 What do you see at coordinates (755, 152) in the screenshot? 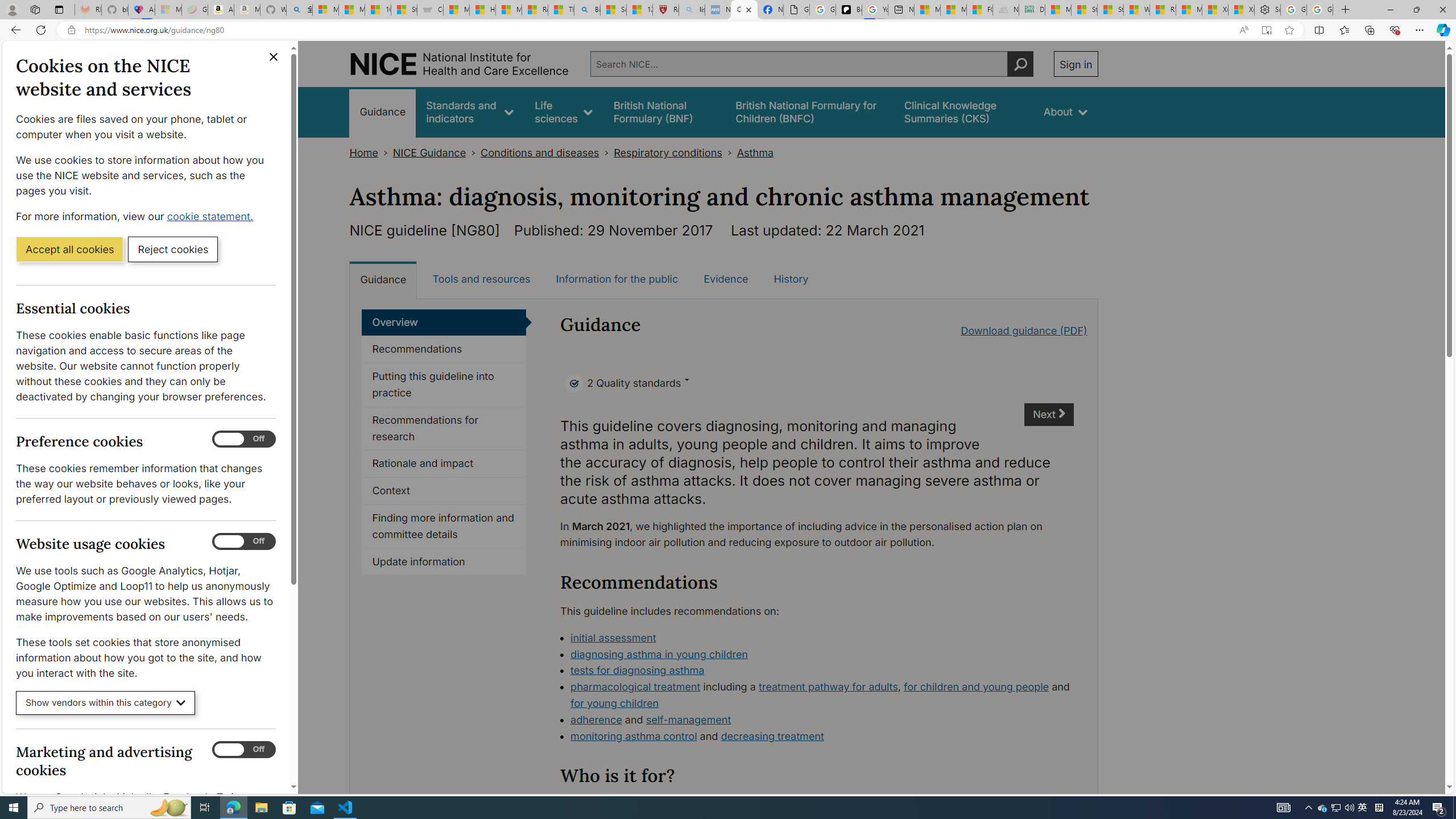
I see `'Asthma'` at bounding box center [755, 152].